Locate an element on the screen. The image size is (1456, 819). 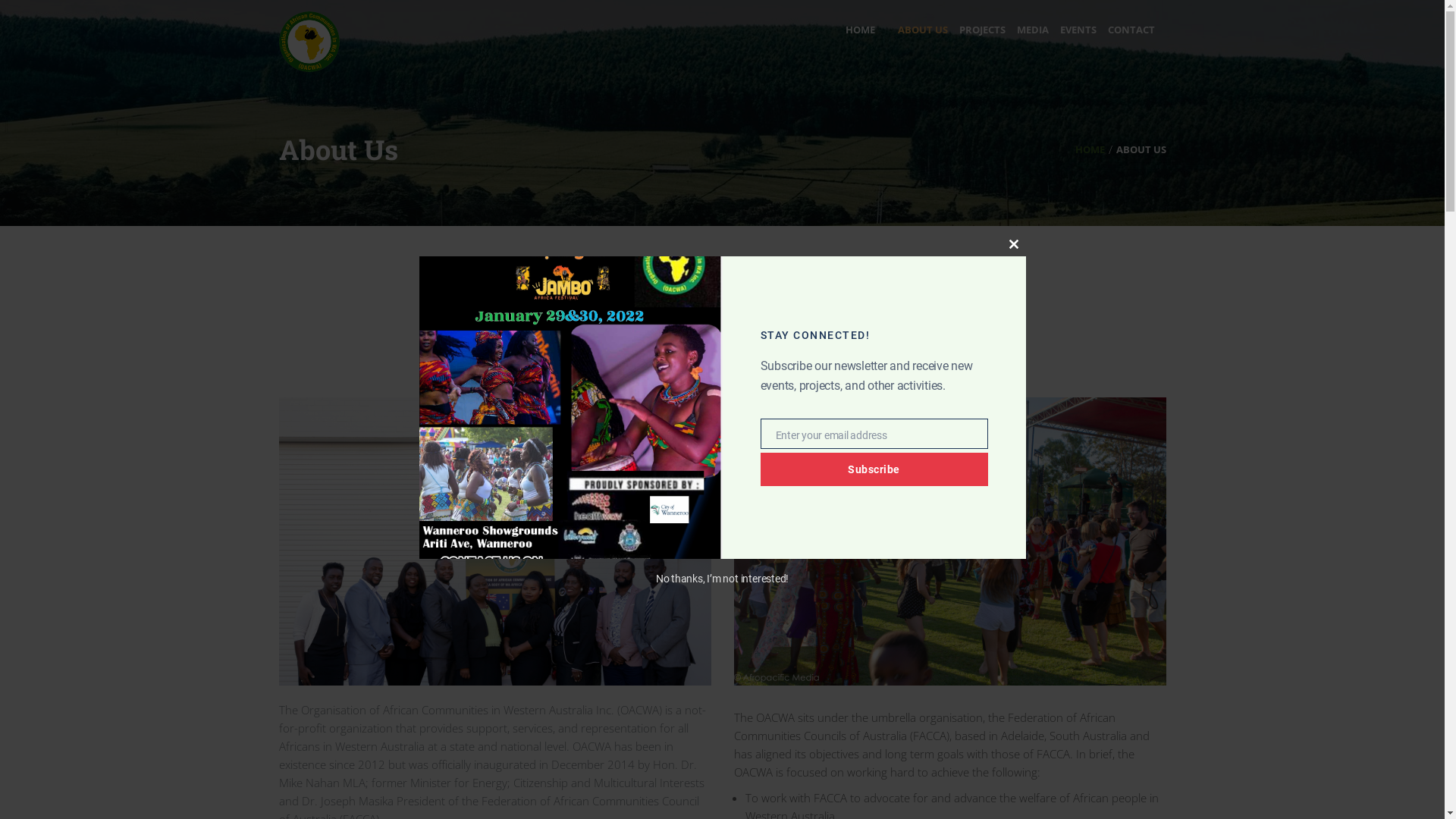
'Close this module' is located at coordinates (1012, 243).